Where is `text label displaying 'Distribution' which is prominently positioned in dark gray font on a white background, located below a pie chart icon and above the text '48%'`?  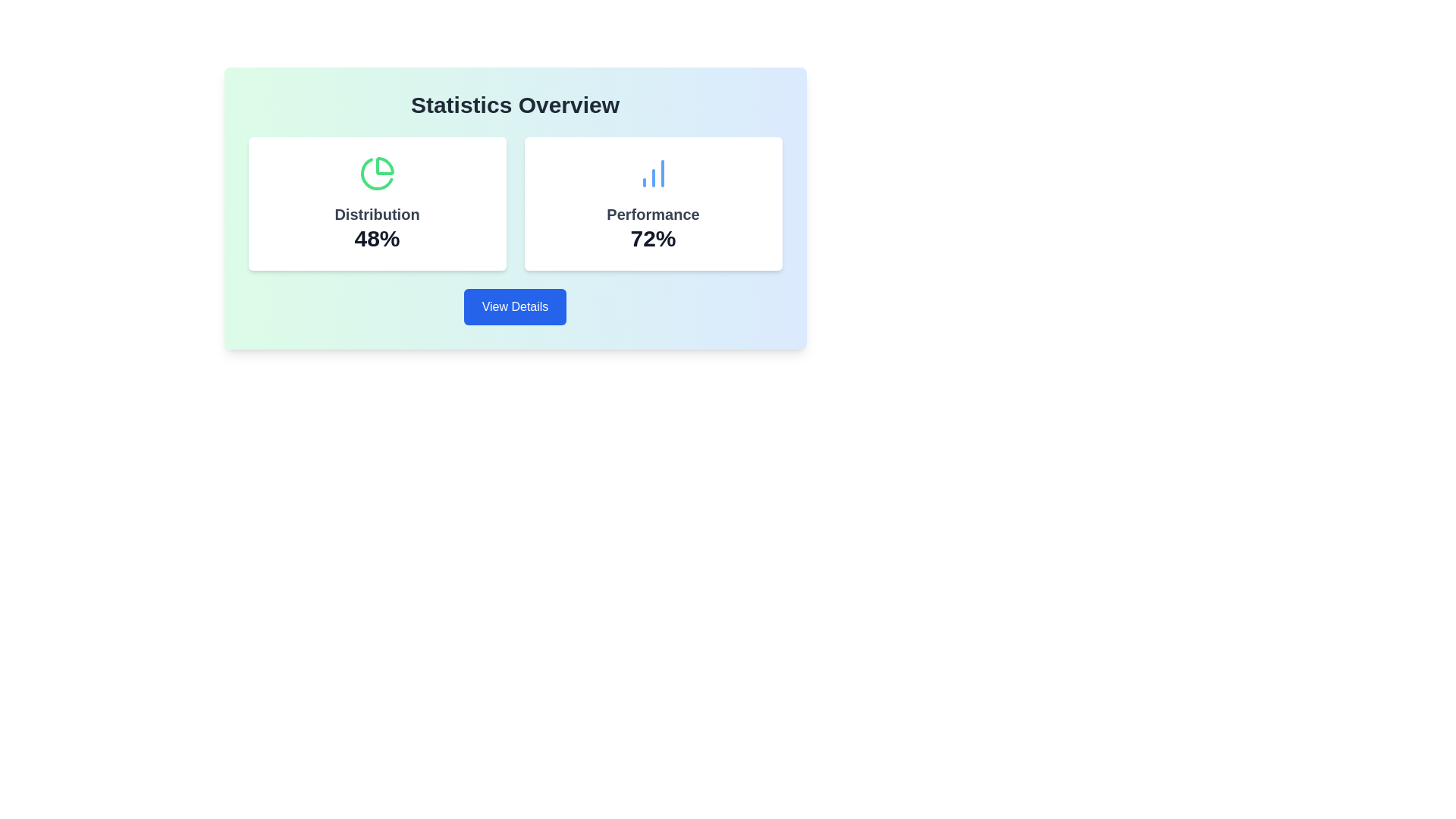
text label displaying 'Distribution' which is prominently positioned in dark gray font on a white background, located below a pie chart icon and above the text '48%' is located at coordinates (377, 214).